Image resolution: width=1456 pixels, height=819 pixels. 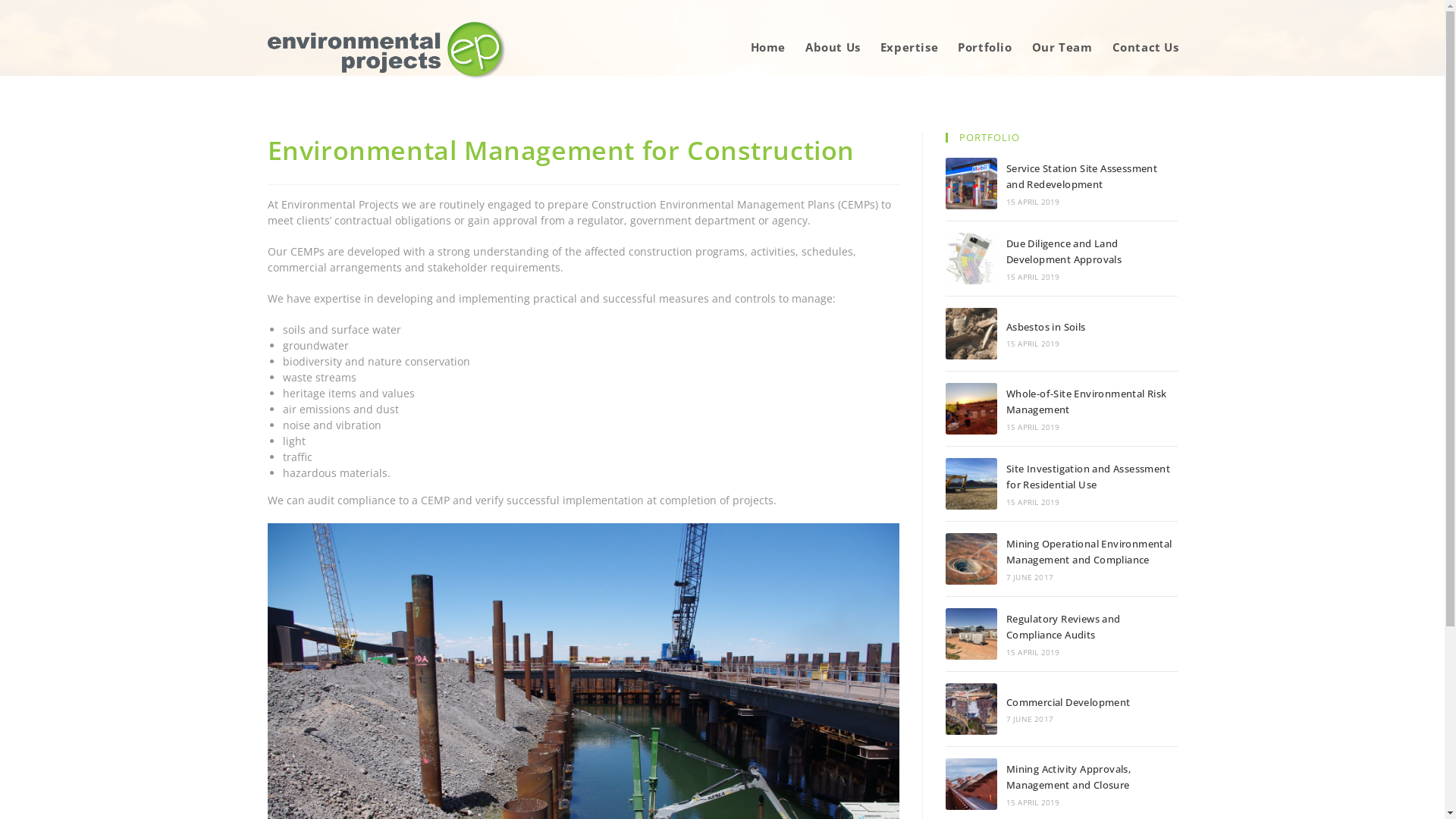 What do you see at coordinates (1062, 250) in the screenshot?
I see `'Due Diligence and Land Development Approvals'` at bounding box center [1062, 250].